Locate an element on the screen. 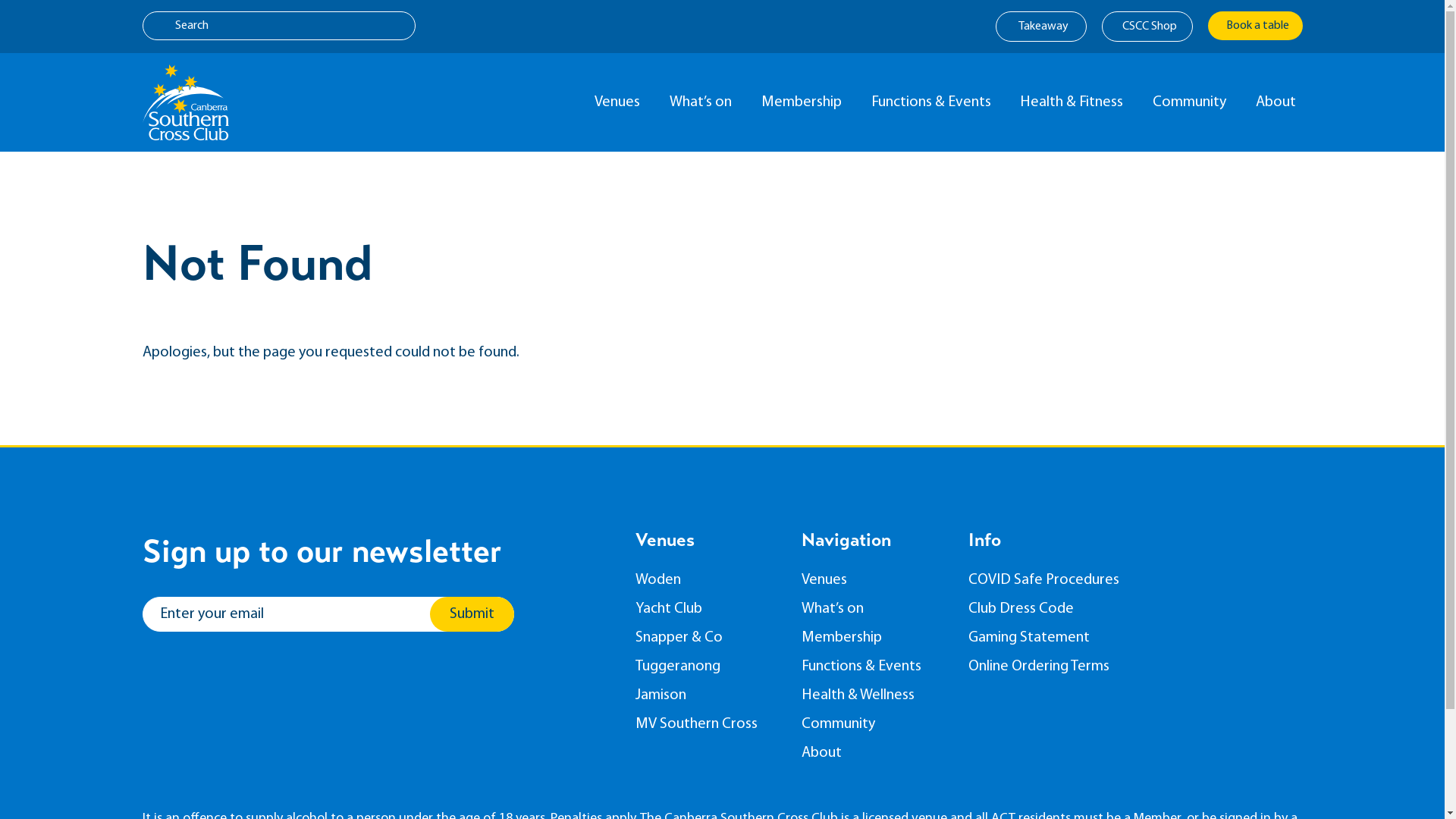  'Gaming Statement' is located at coordinates (1051, 637).